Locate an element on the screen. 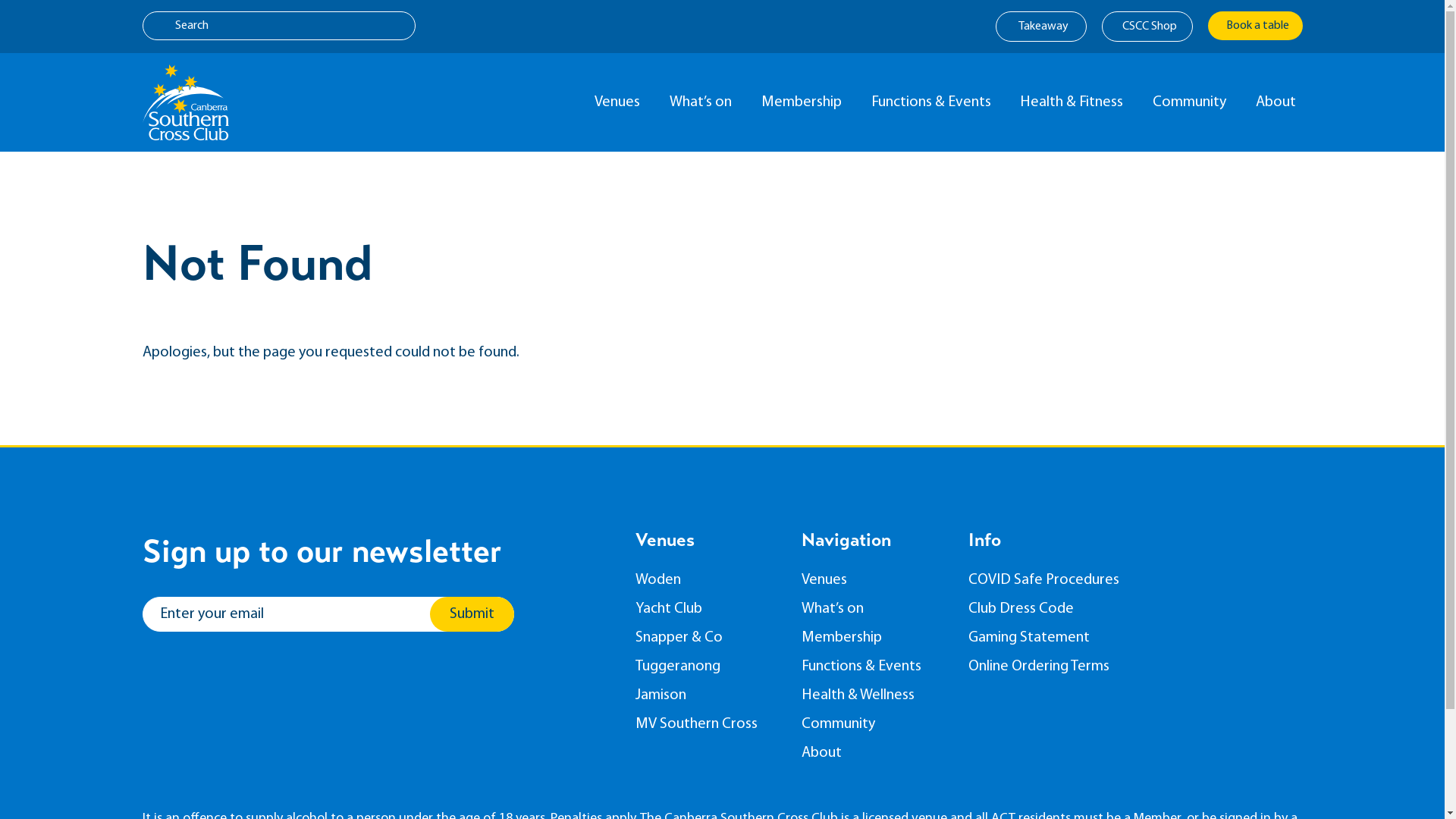  'Gaming Statement' is located at coordinates (1051, 637).